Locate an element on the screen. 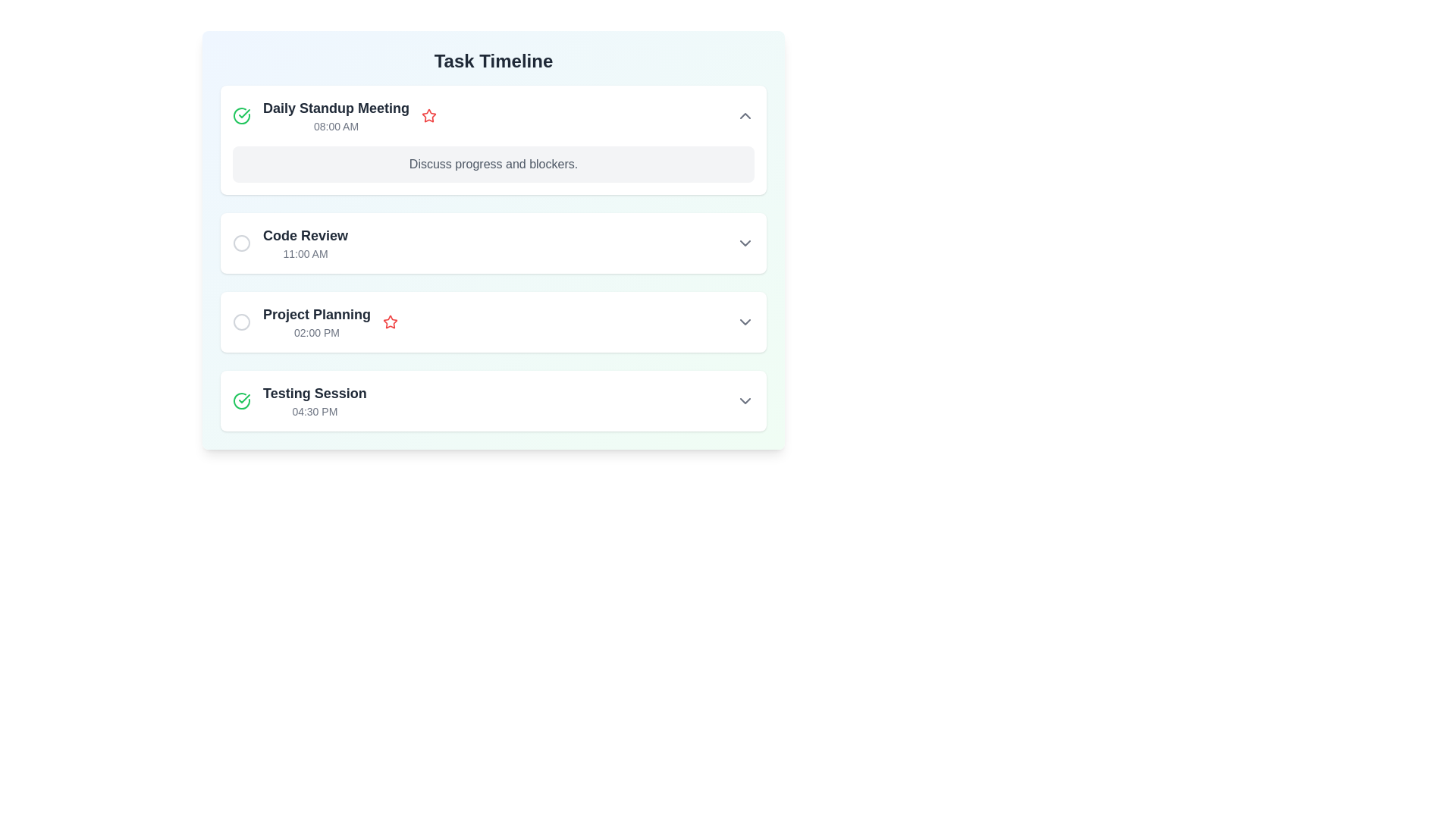 The height and width of the screenshot is (819, 1456). text of the 'Project Planning' task entry label, which is centered above the smaller text '02:00 PM' in the task timeline interface is located at coordinates (315, 314).